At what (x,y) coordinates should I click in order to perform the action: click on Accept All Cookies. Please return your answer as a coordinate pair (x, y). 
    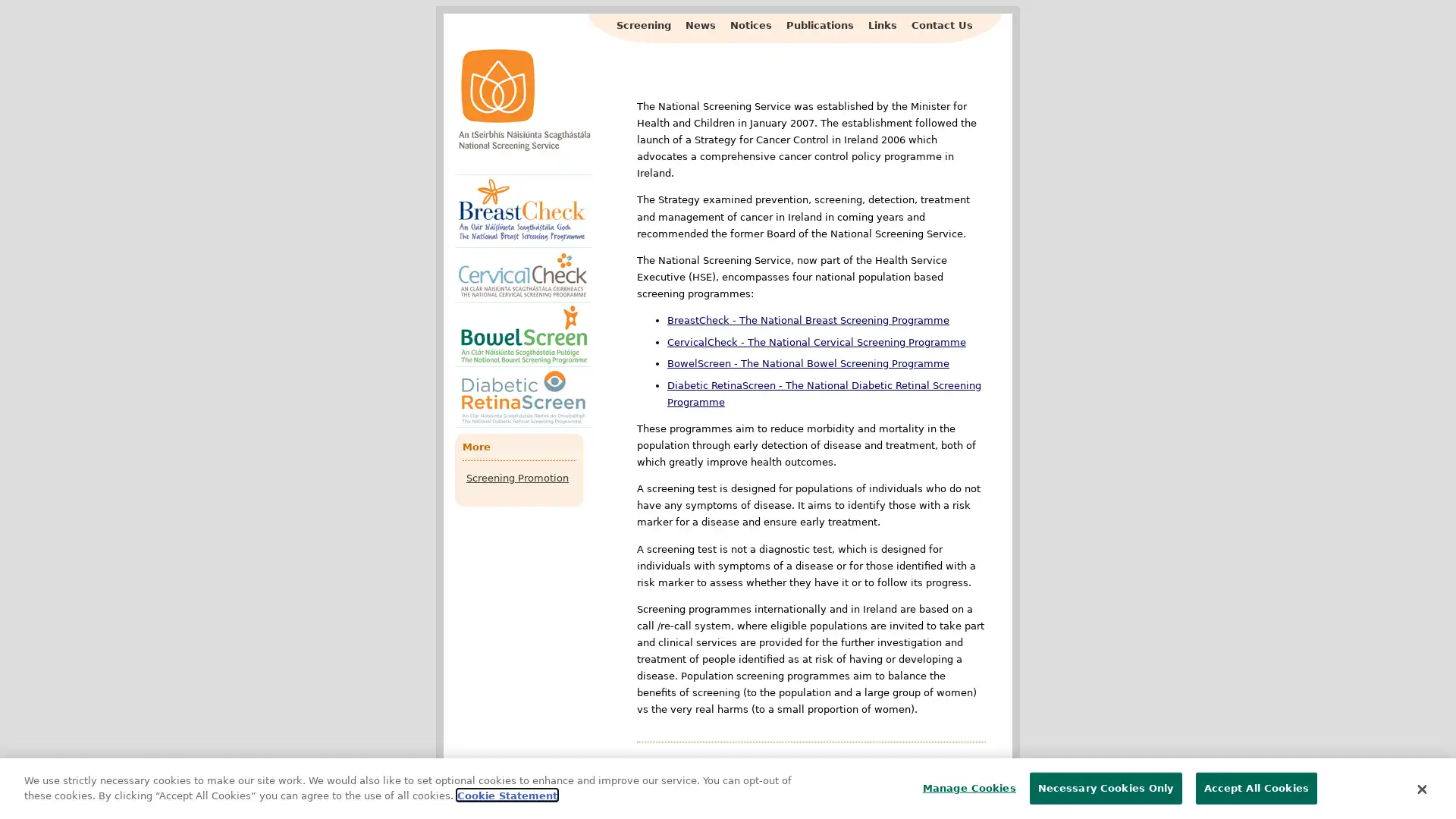
    Looking at the image, I should click on (1256, 786).